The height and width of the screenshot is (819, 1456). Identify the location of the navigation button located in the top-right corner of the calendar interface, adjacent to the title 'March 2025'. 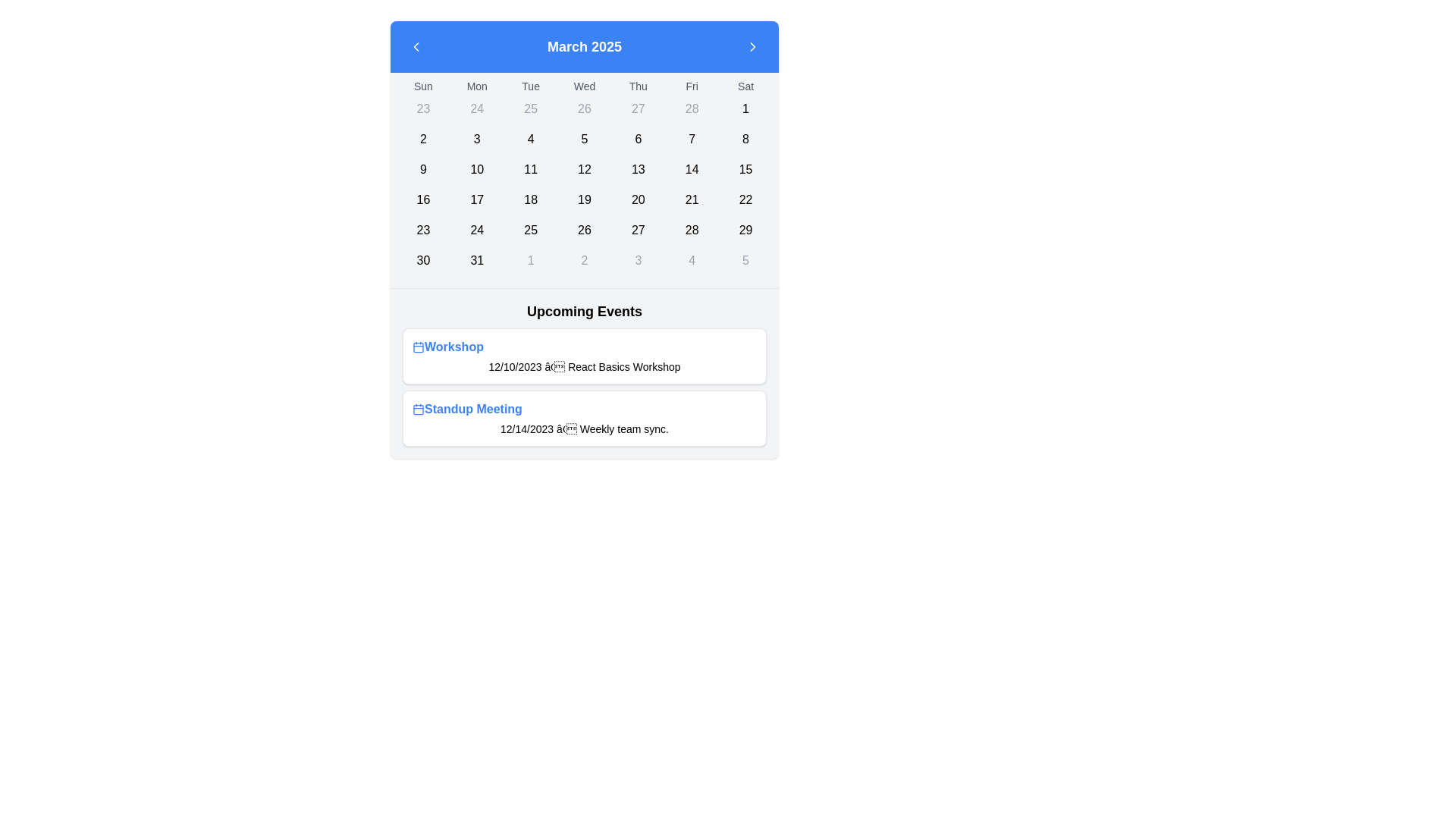
(753, 45).